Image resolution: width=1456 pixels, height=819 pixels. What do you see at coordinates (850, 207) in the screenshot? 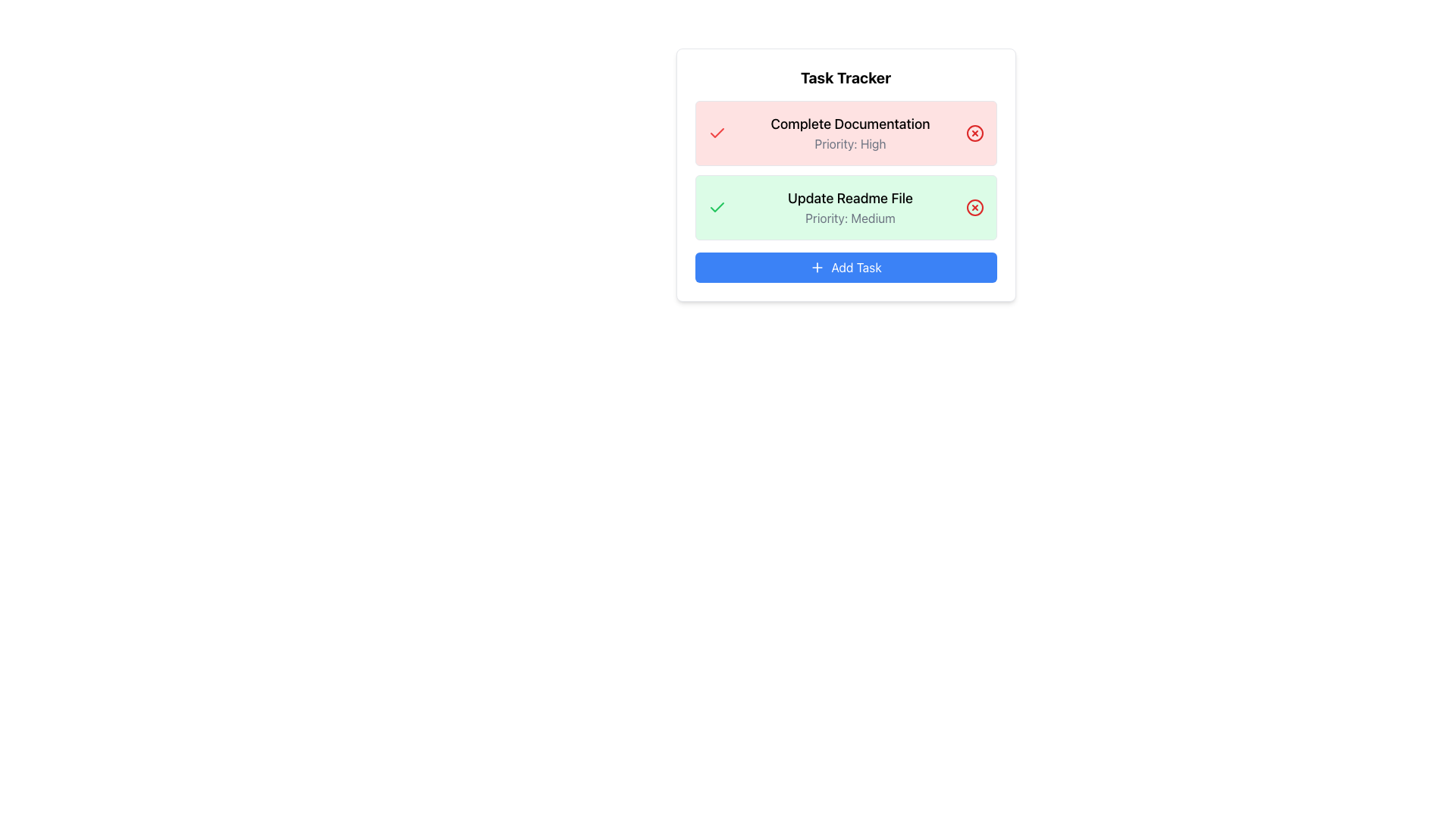
I see `the Task item displaying 'Update Readme File' with 'Priority: Medium' underneath, located in the middle of the task list` at bounding box center [850, 207].